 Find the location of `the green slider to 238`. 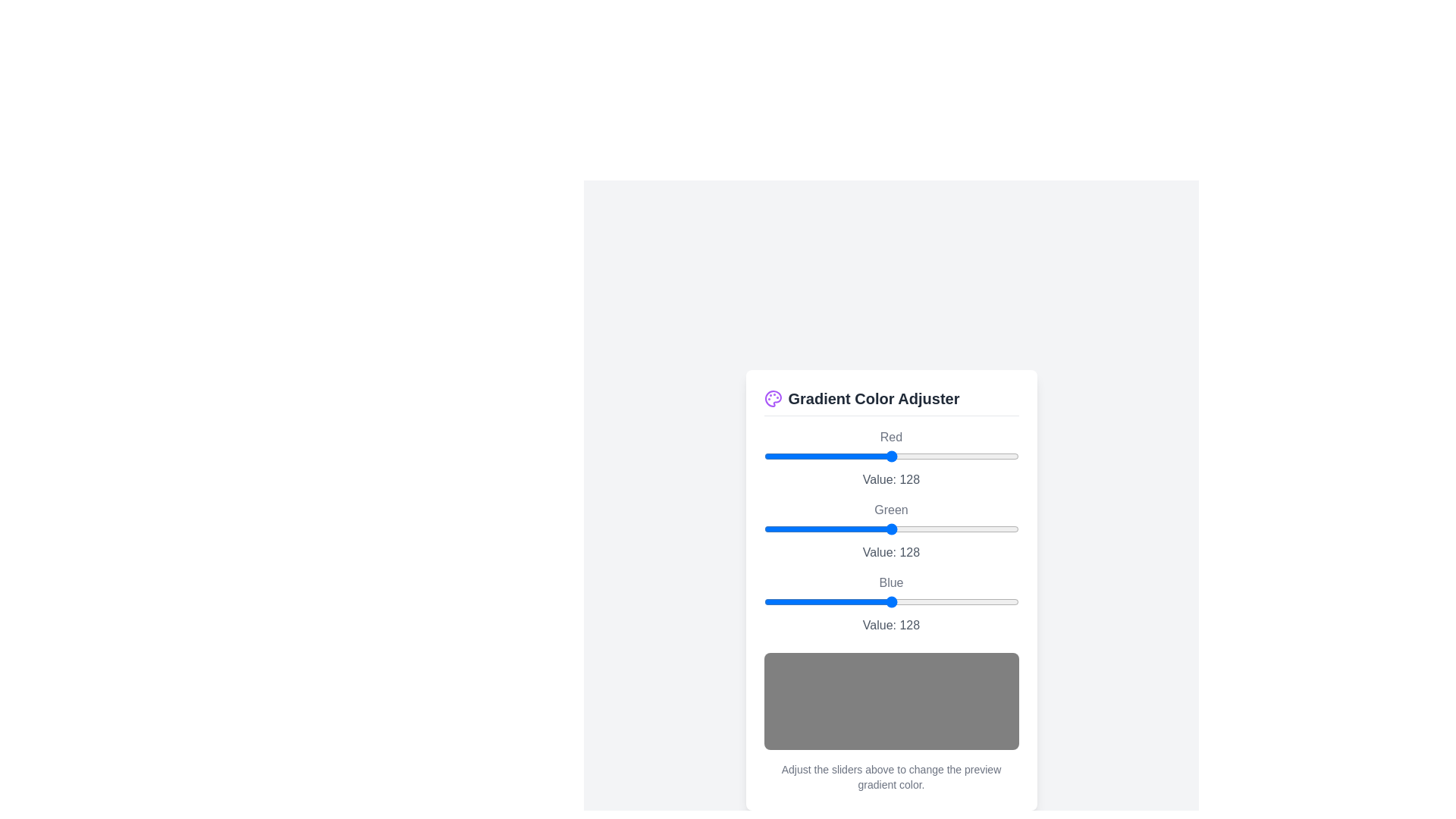

the green slider to 238 is located at coordinates (1002, 528).